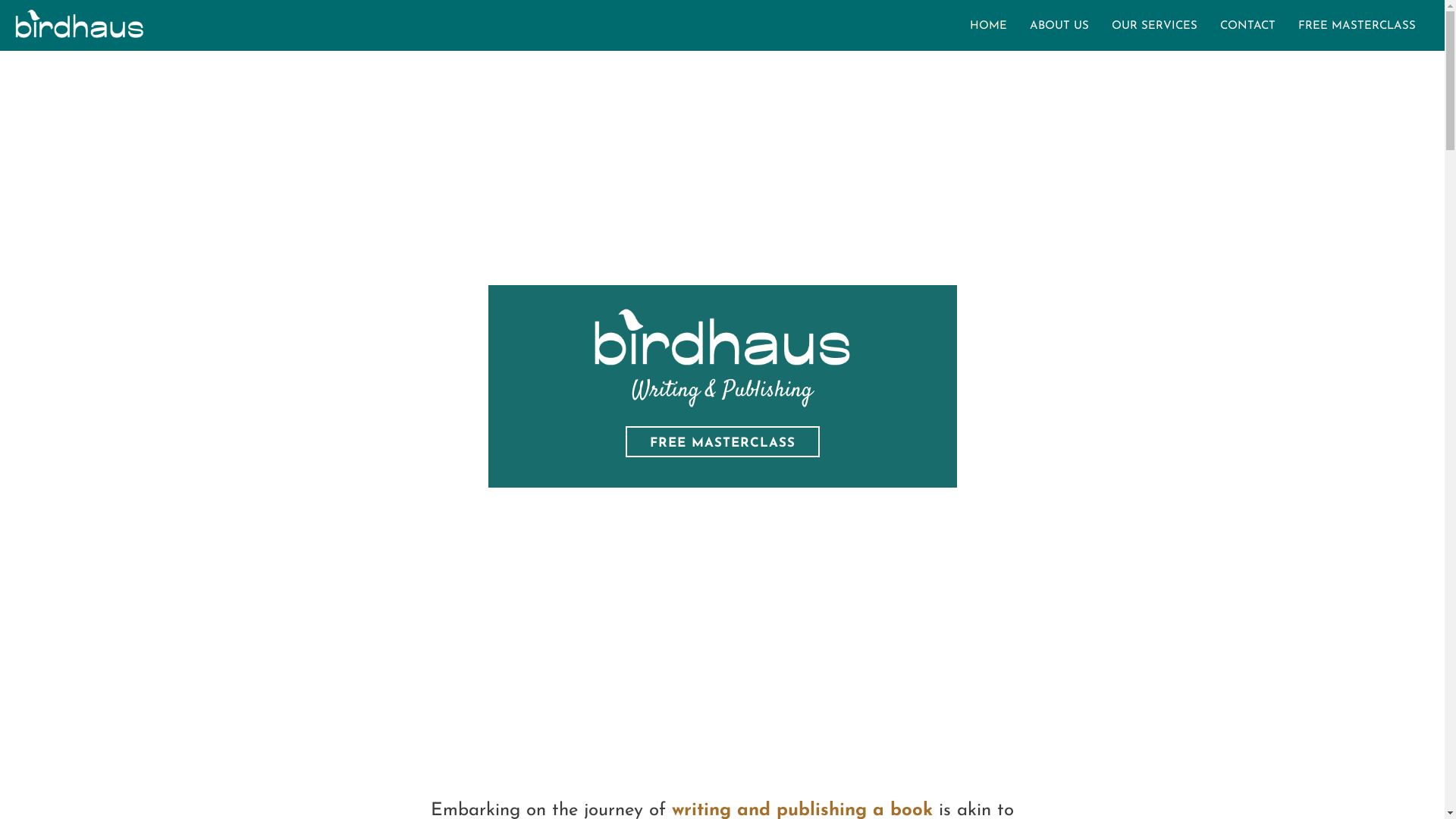  I want to click on 'CONTACT', so click(1247, 26).